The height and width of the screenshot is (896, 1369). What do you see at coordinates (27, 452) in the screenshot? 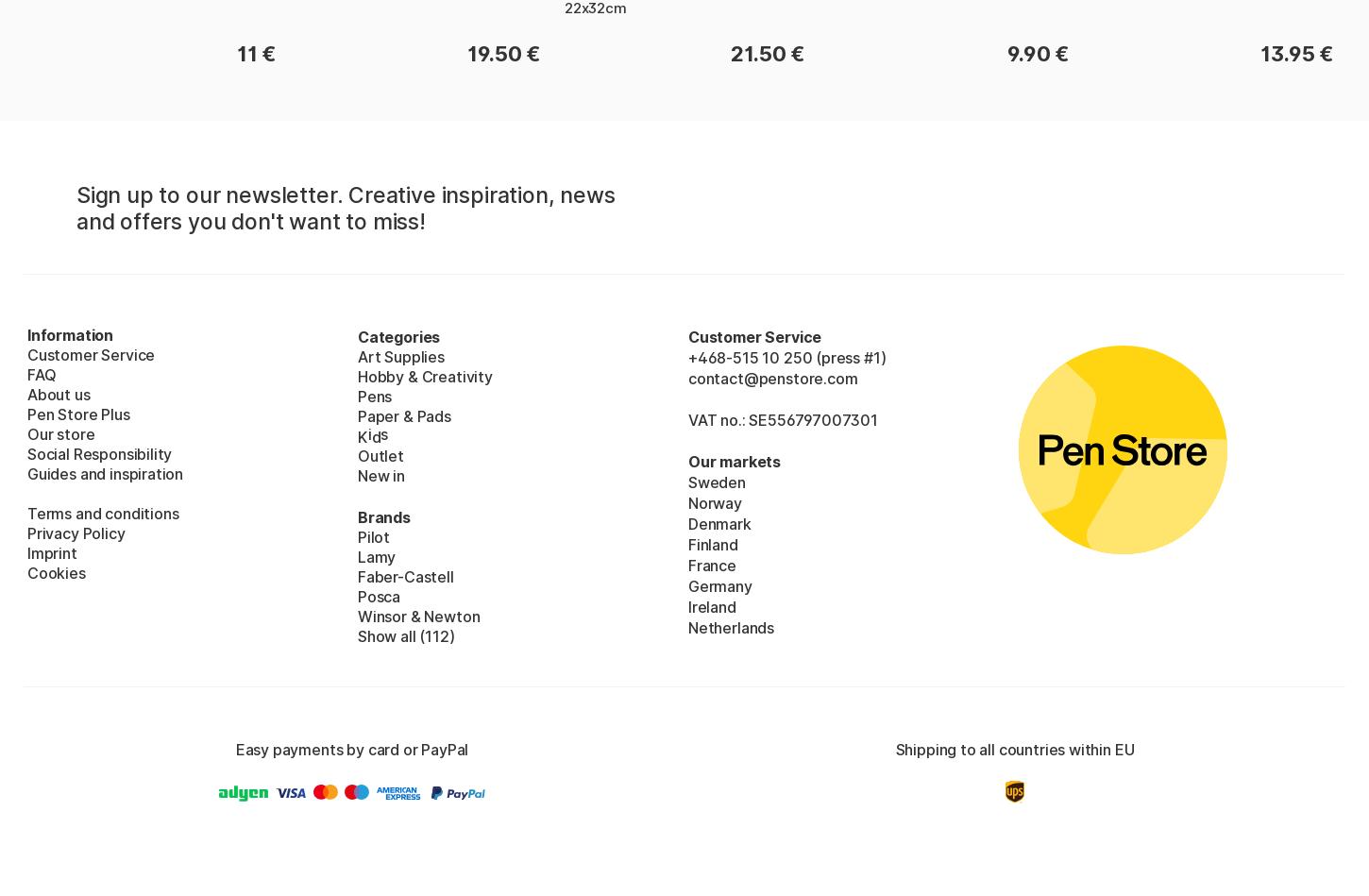
I see `'Social Responsibility'` at bounding box center [27, 452].